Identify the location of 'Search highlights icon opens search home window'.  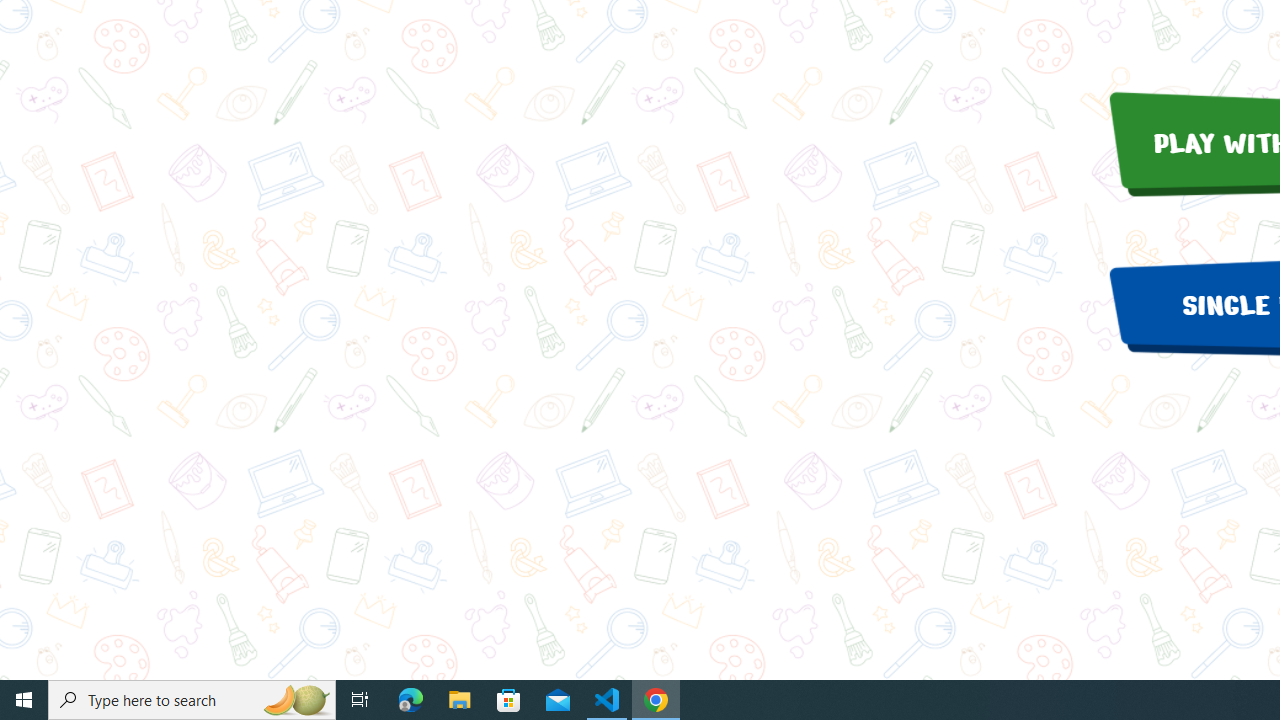
(294, 698).